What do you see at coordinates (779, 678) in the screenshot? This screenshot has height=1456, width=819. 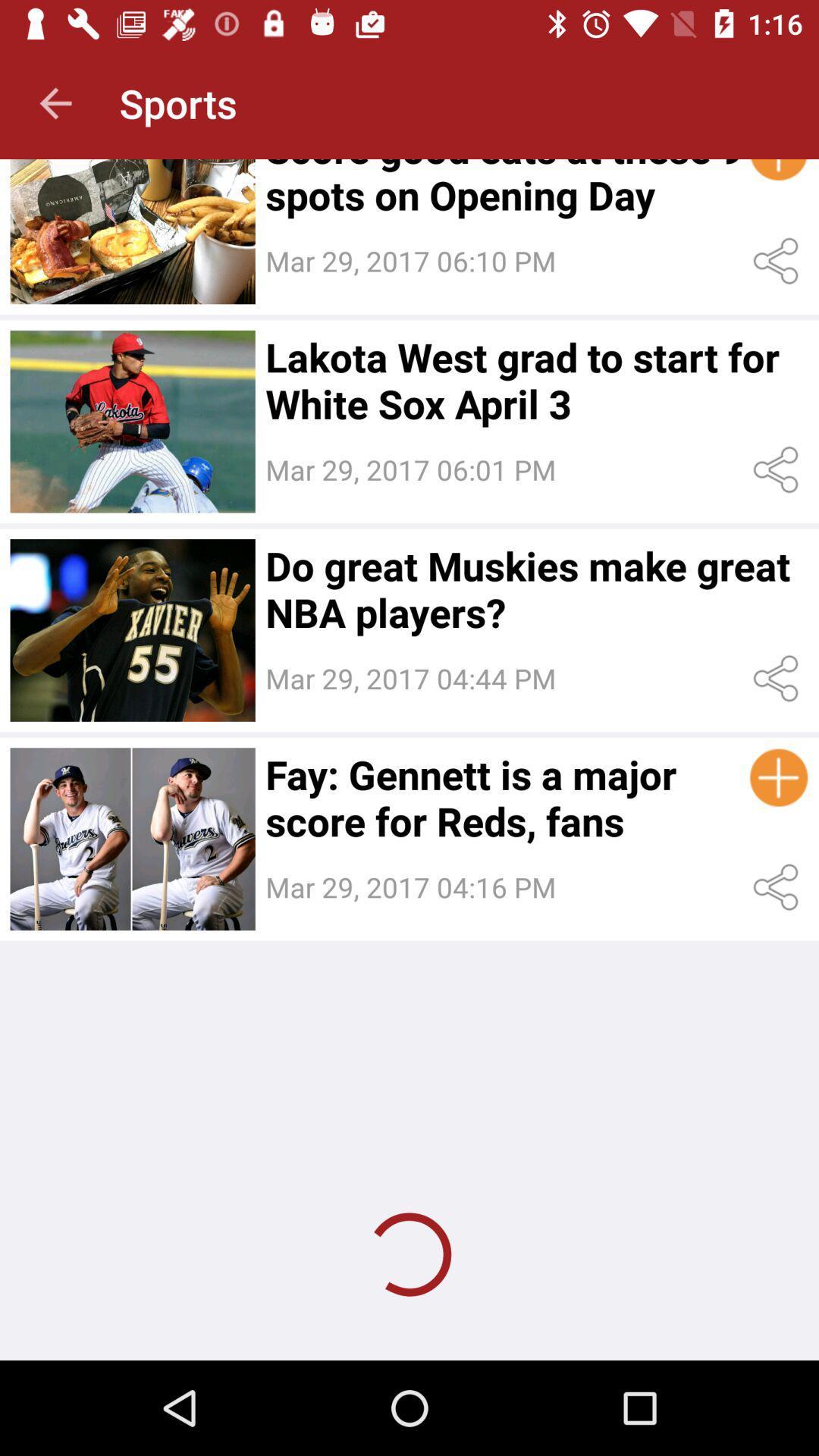 I see `share the content` at bounding box center [779, 678].